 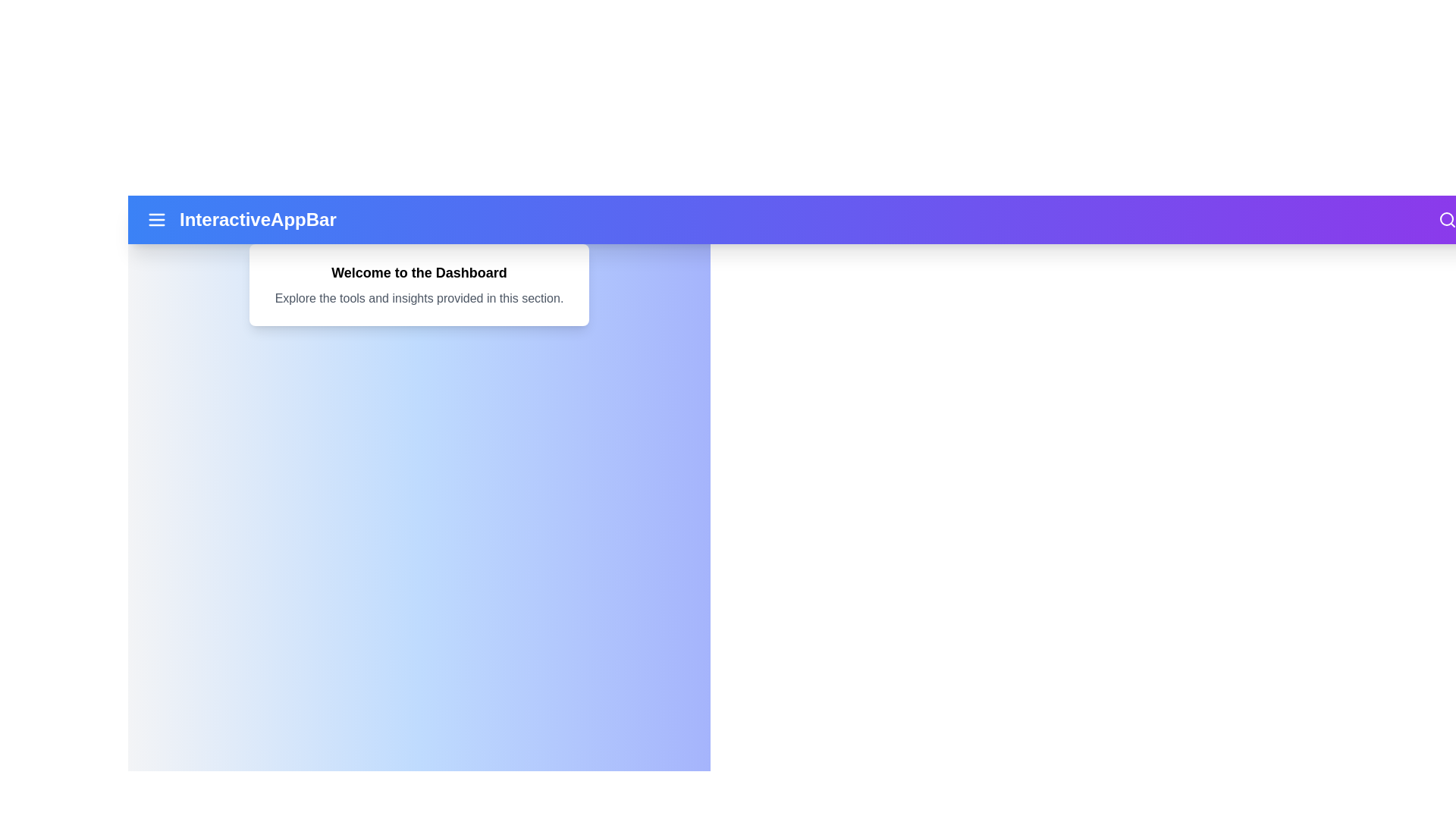 I want to click on the InteractiveAppBar title to reveal possible actions, so click(x=258, y=219).